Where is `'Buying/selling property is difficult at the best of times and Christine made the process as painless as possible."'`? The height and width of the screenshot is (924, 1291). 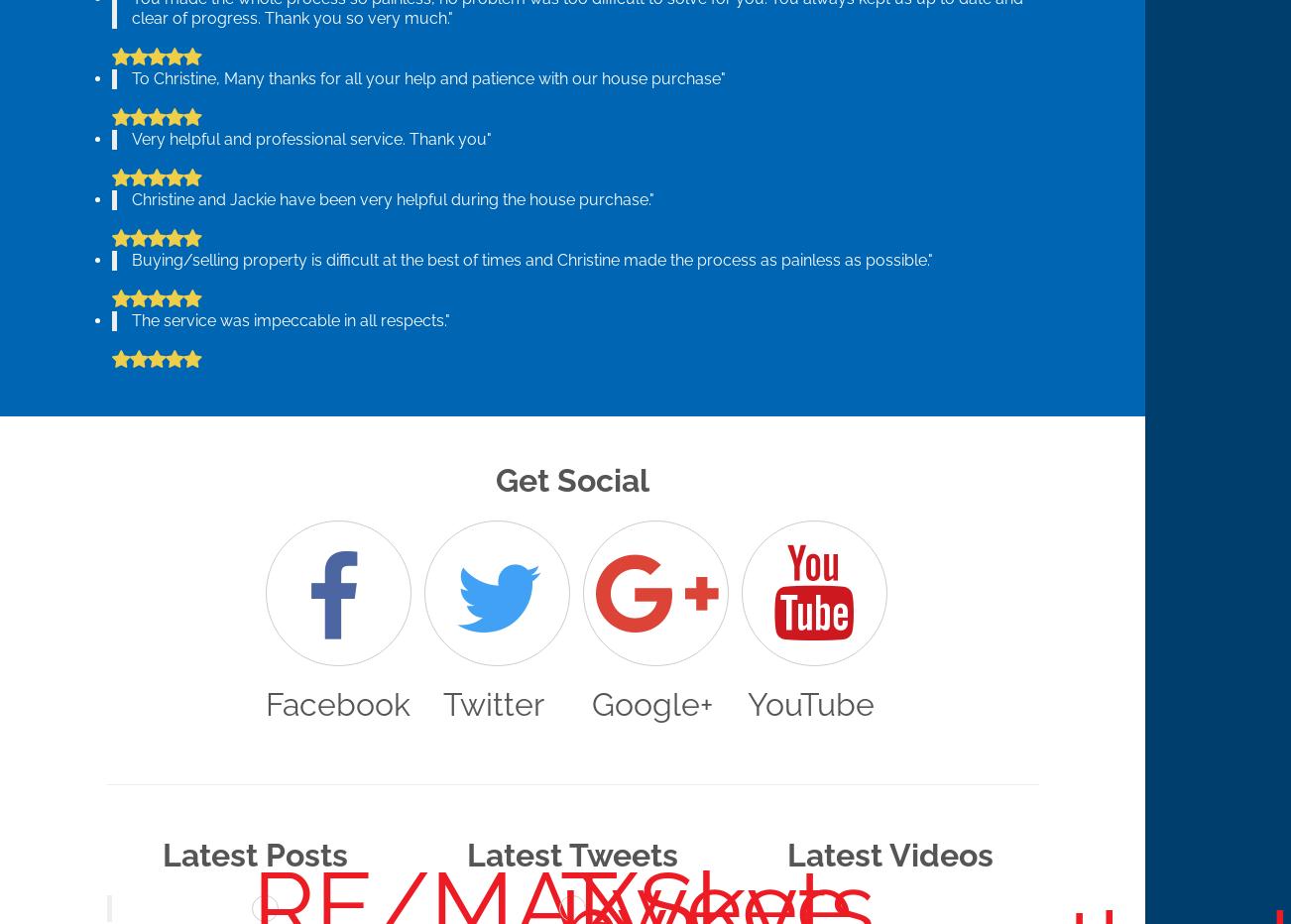 'Buying/selling property is difficult at the best of times and Christine made the process as painless as possible."' is located at coordinates (531, 259).